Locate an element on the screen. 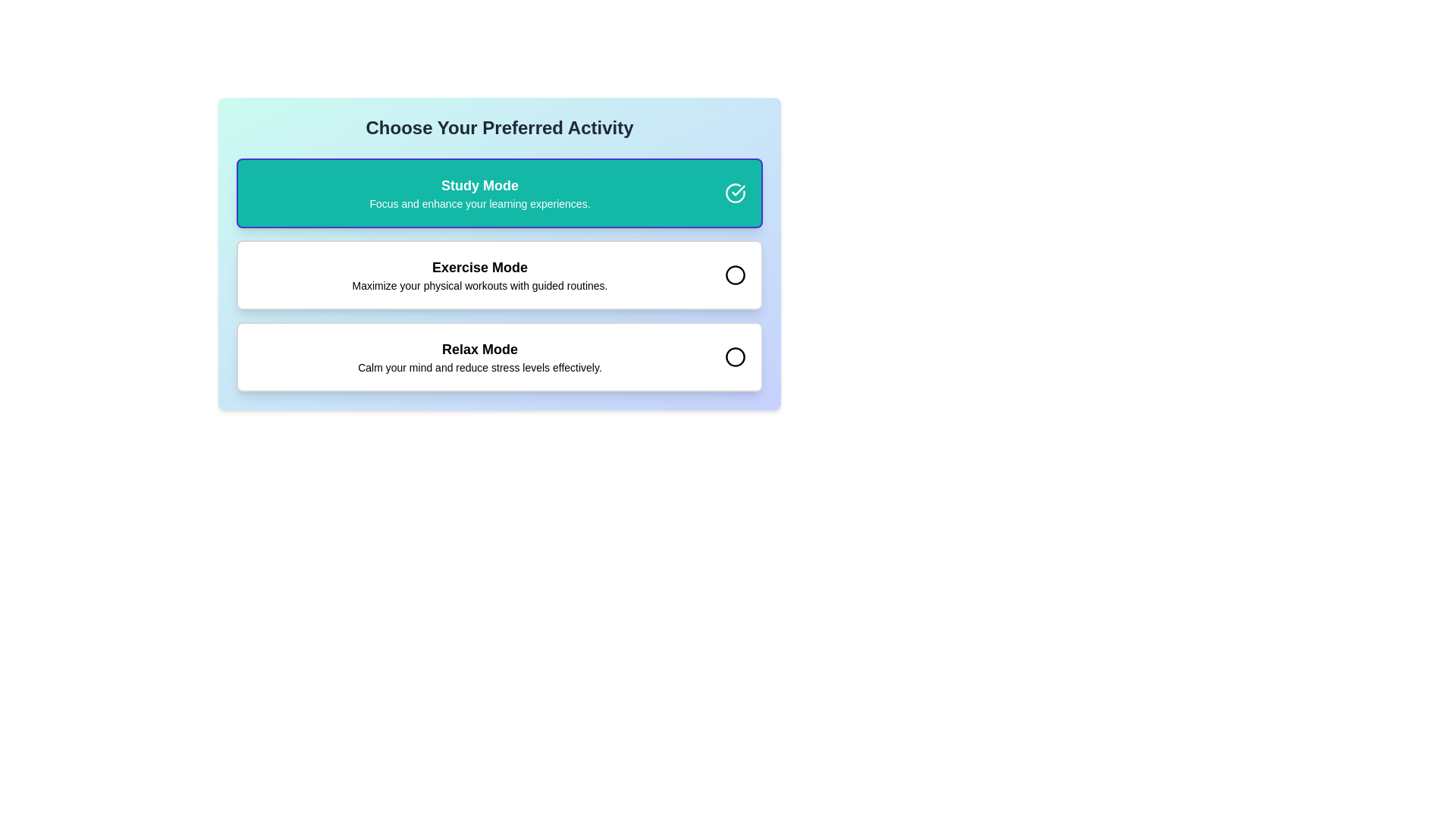  the 'Relax Mode' icon, which is a circular outline element located under the 'Relax Mode' section is located at coordinates (735, 356).